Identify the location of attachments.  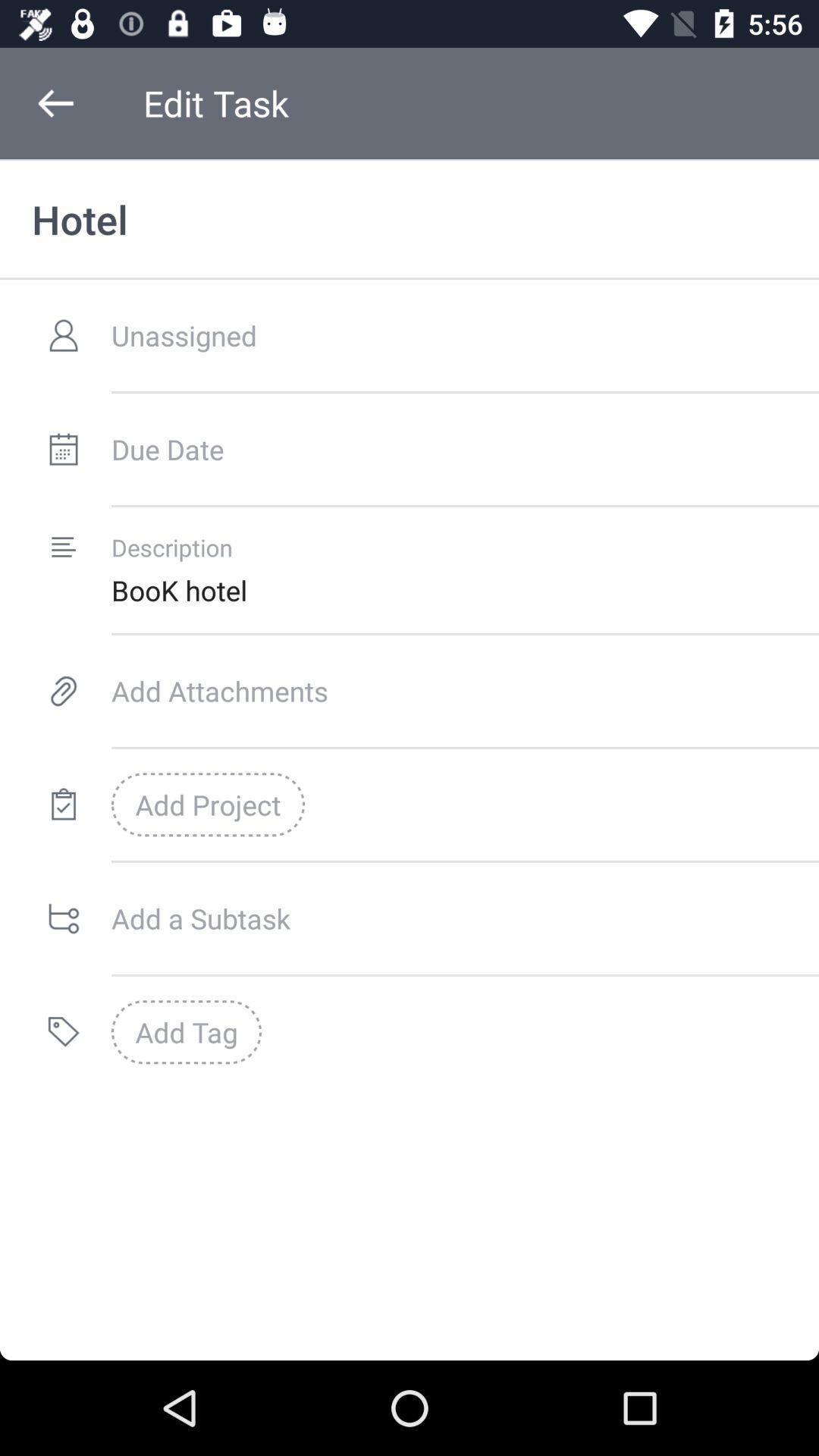
(464, 690).